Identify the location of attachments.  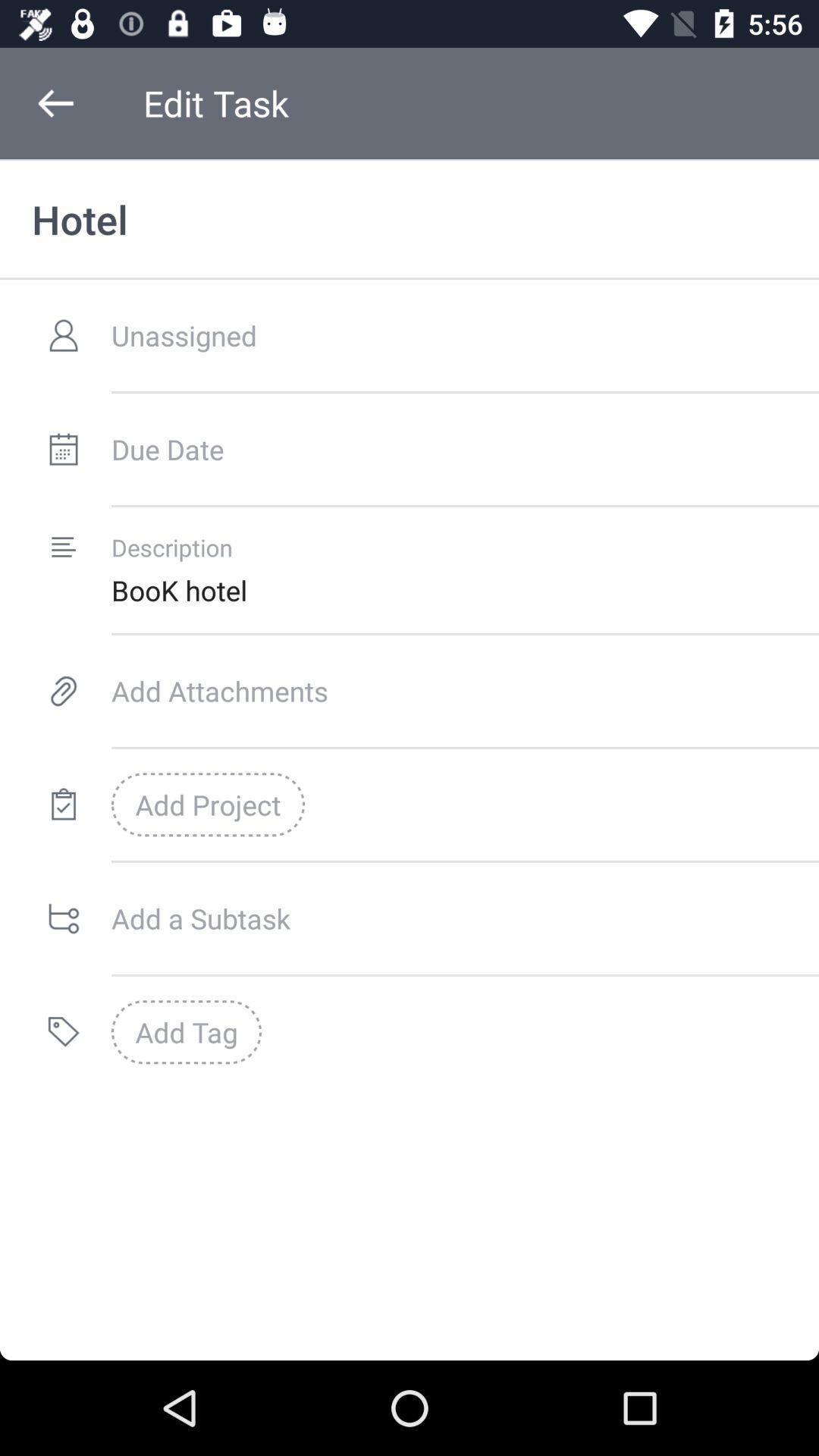
(464, 690).